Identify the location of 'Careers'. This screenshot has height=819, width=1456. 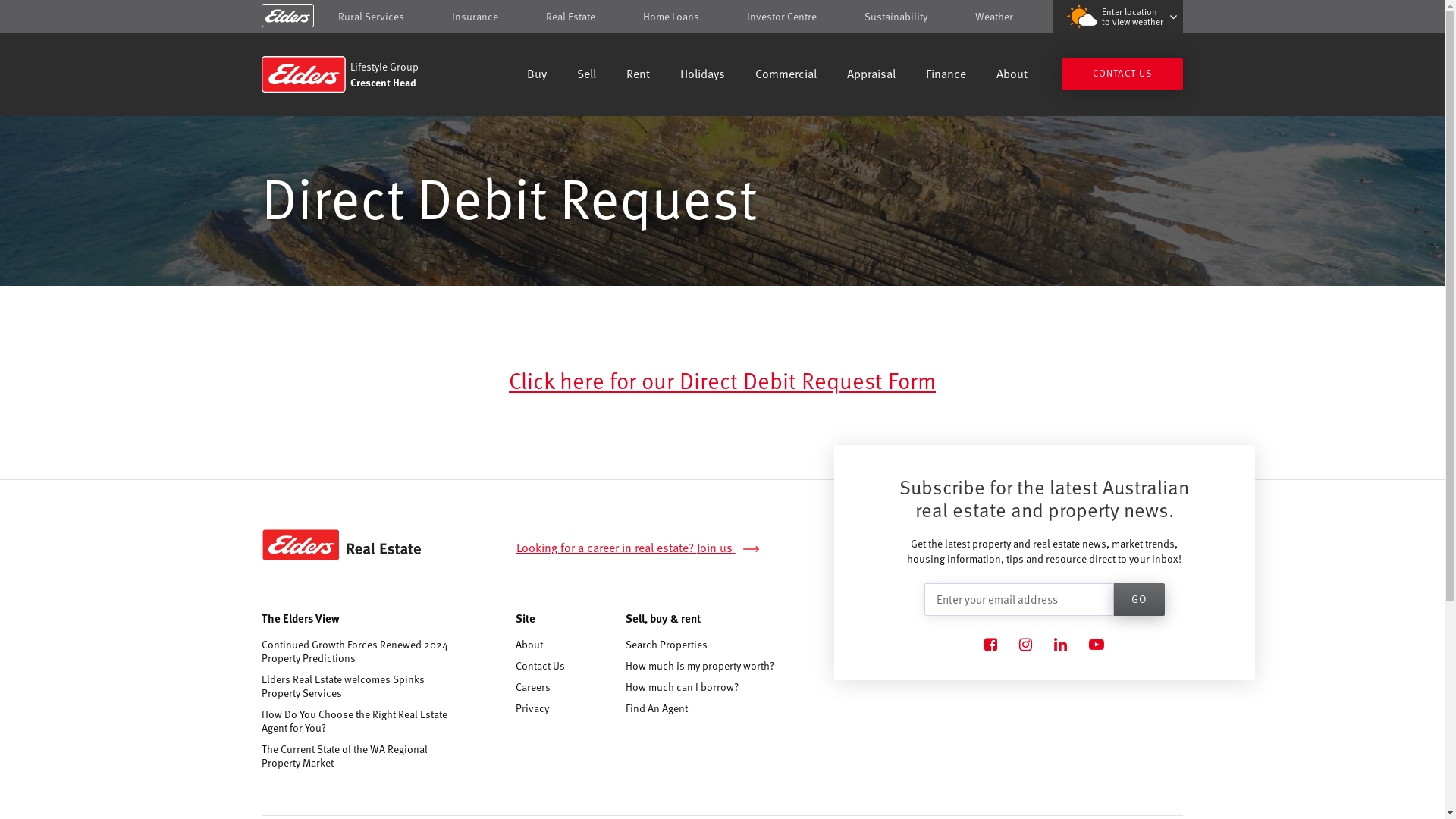
(516, 686).